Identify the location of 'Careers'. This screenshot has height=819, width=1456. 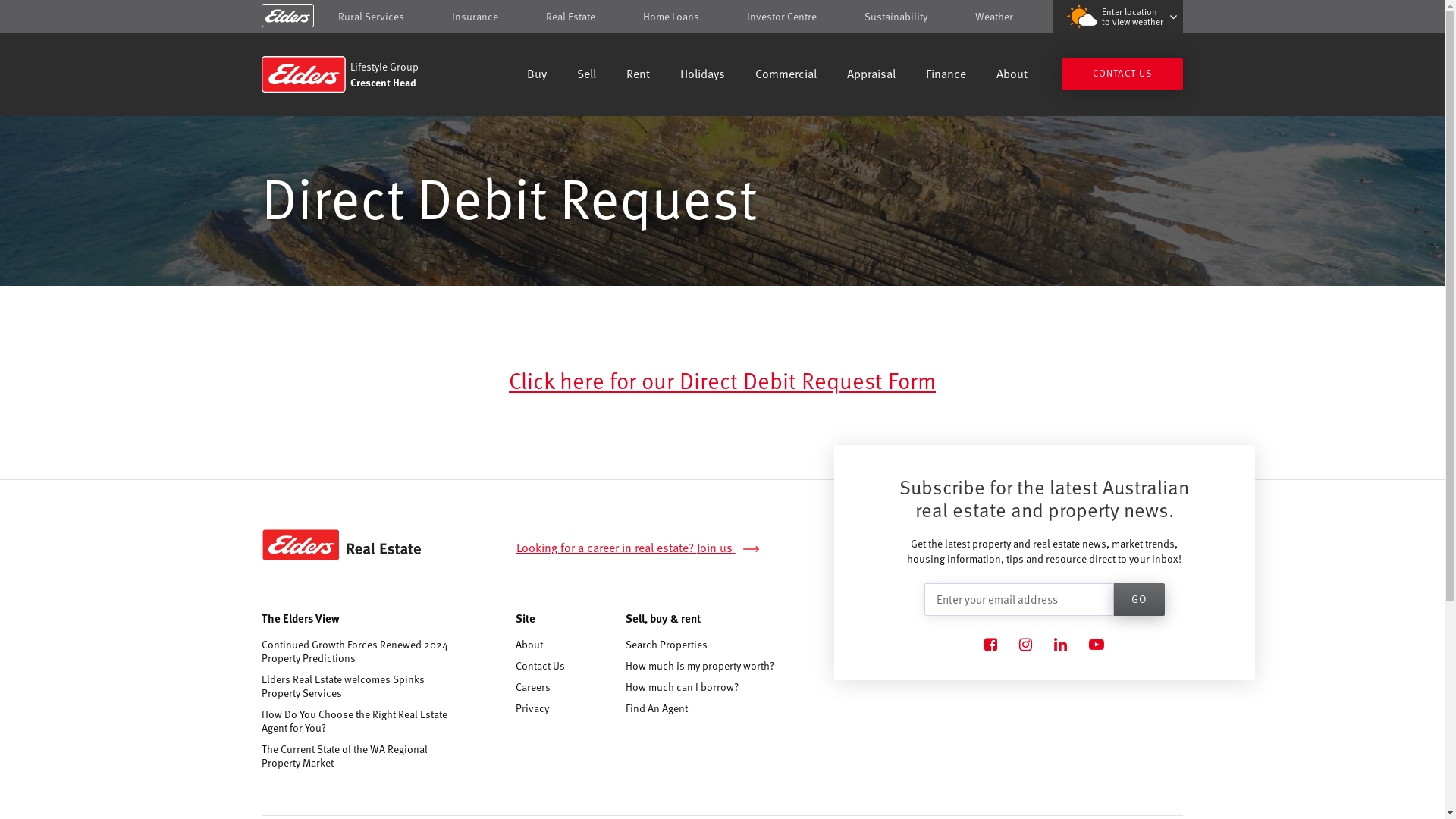
(516, 686).